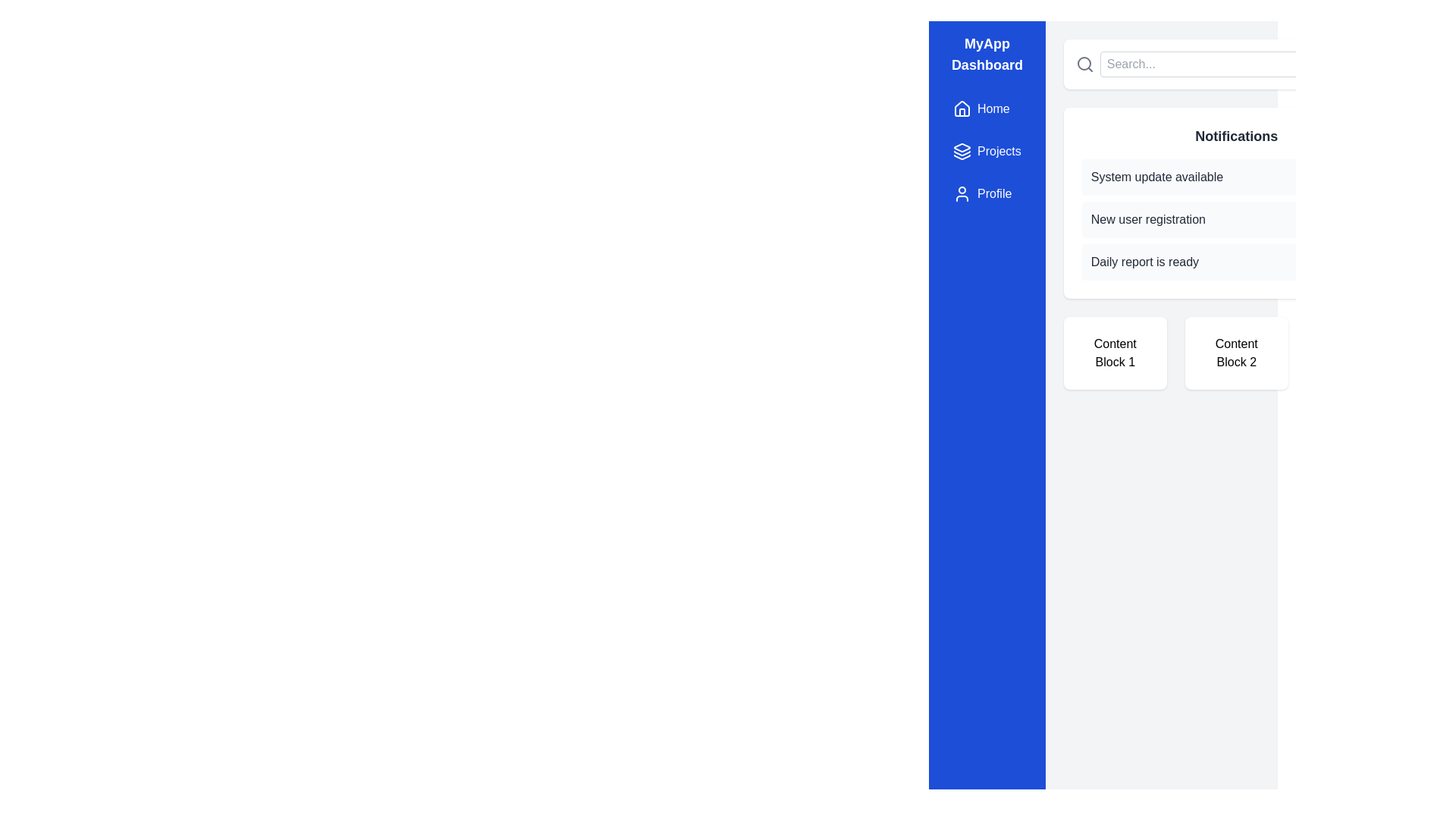 This screenshot has height=819, width=1456. Describe the element at coordinates (961, 152) in the screenshot. I see `the 'layers' icon in the sidebar navigation, which is styled with a white stroke on a blue background and indicates a 'layers' concept, located to the left of the 'Projects' text` at that location.